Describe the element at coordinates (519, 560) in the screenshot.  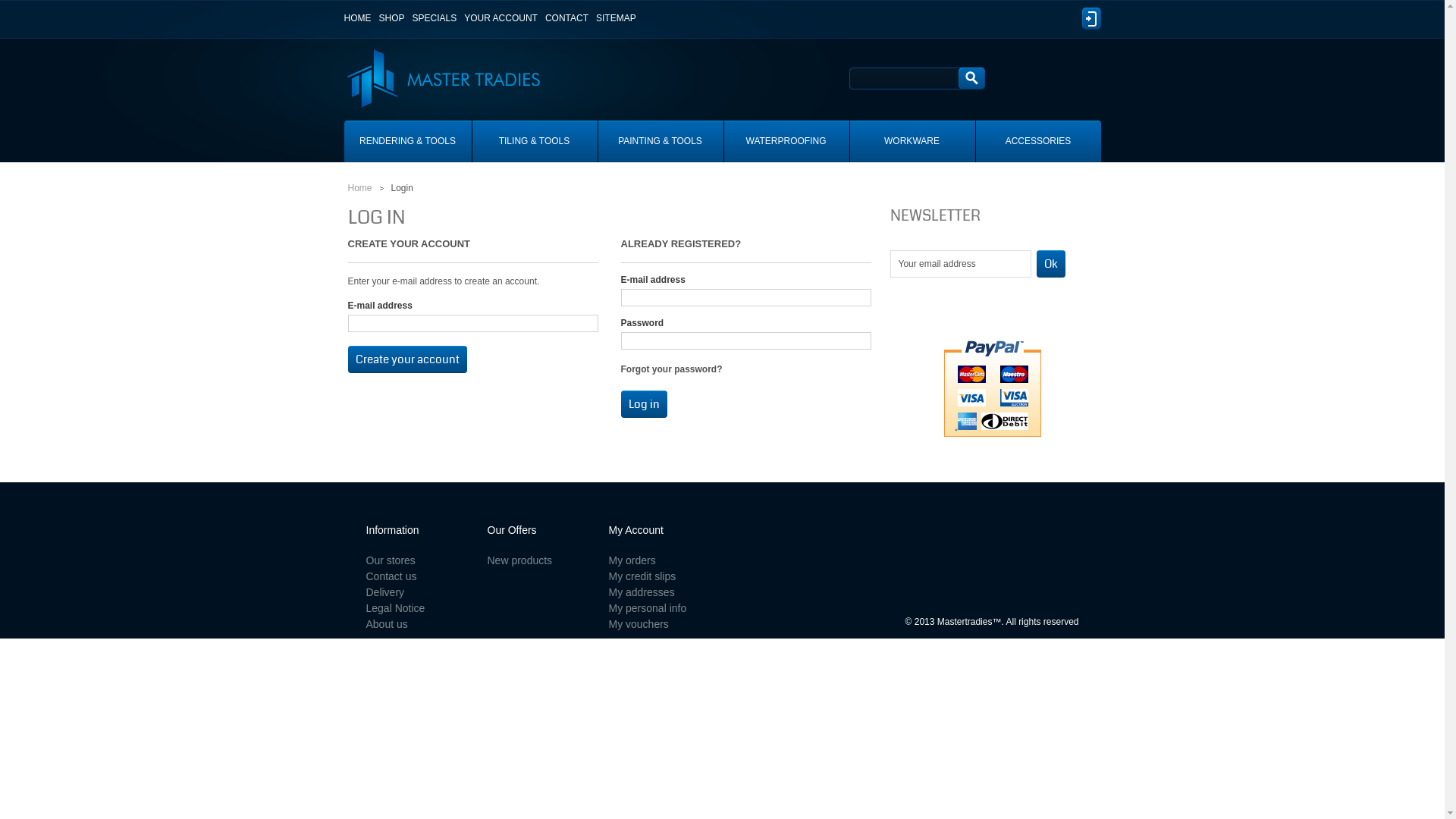
I see `'New products'` at that location.